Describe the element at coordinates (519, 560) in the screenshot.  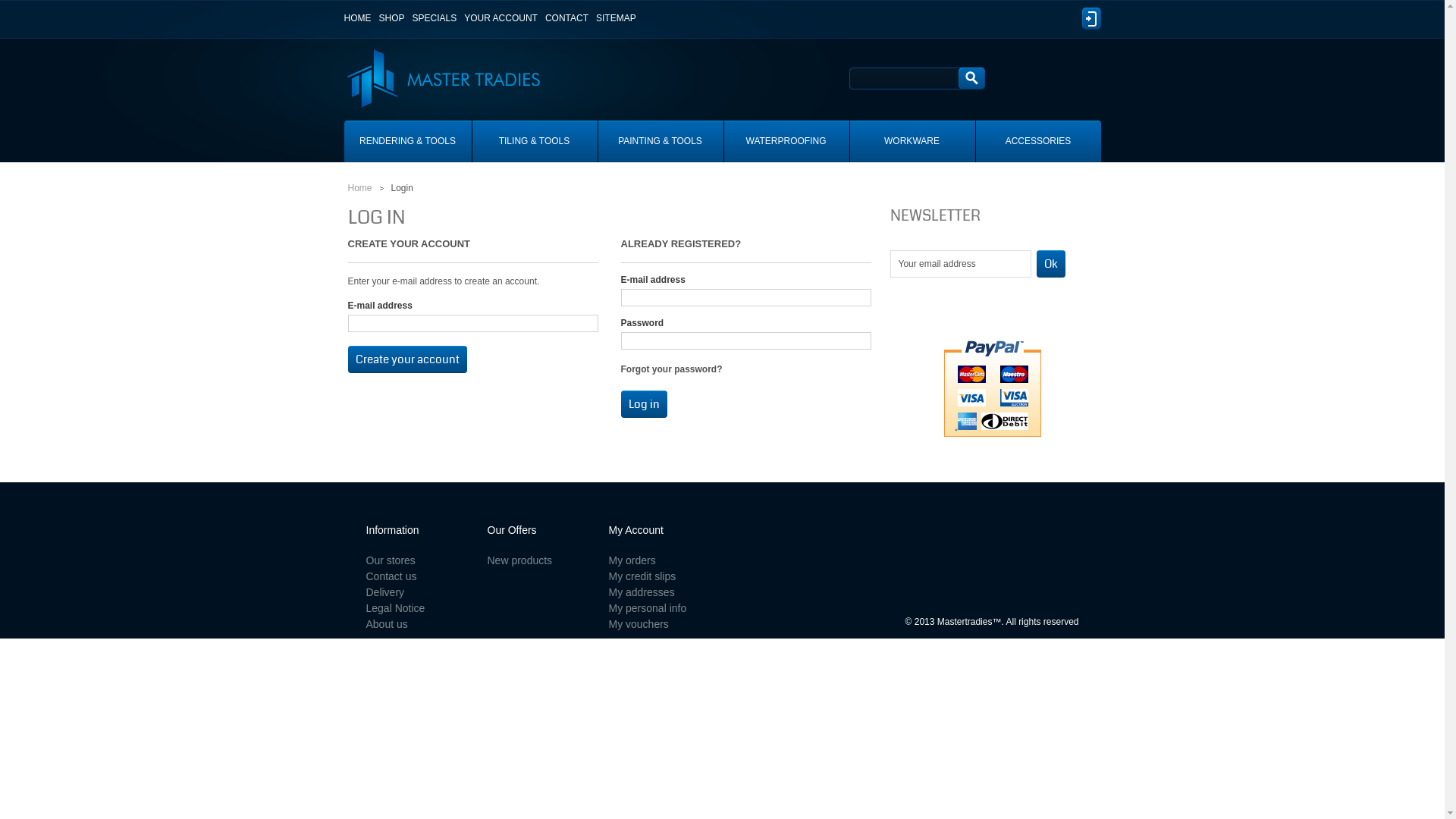
I see `'New products'` at that location.